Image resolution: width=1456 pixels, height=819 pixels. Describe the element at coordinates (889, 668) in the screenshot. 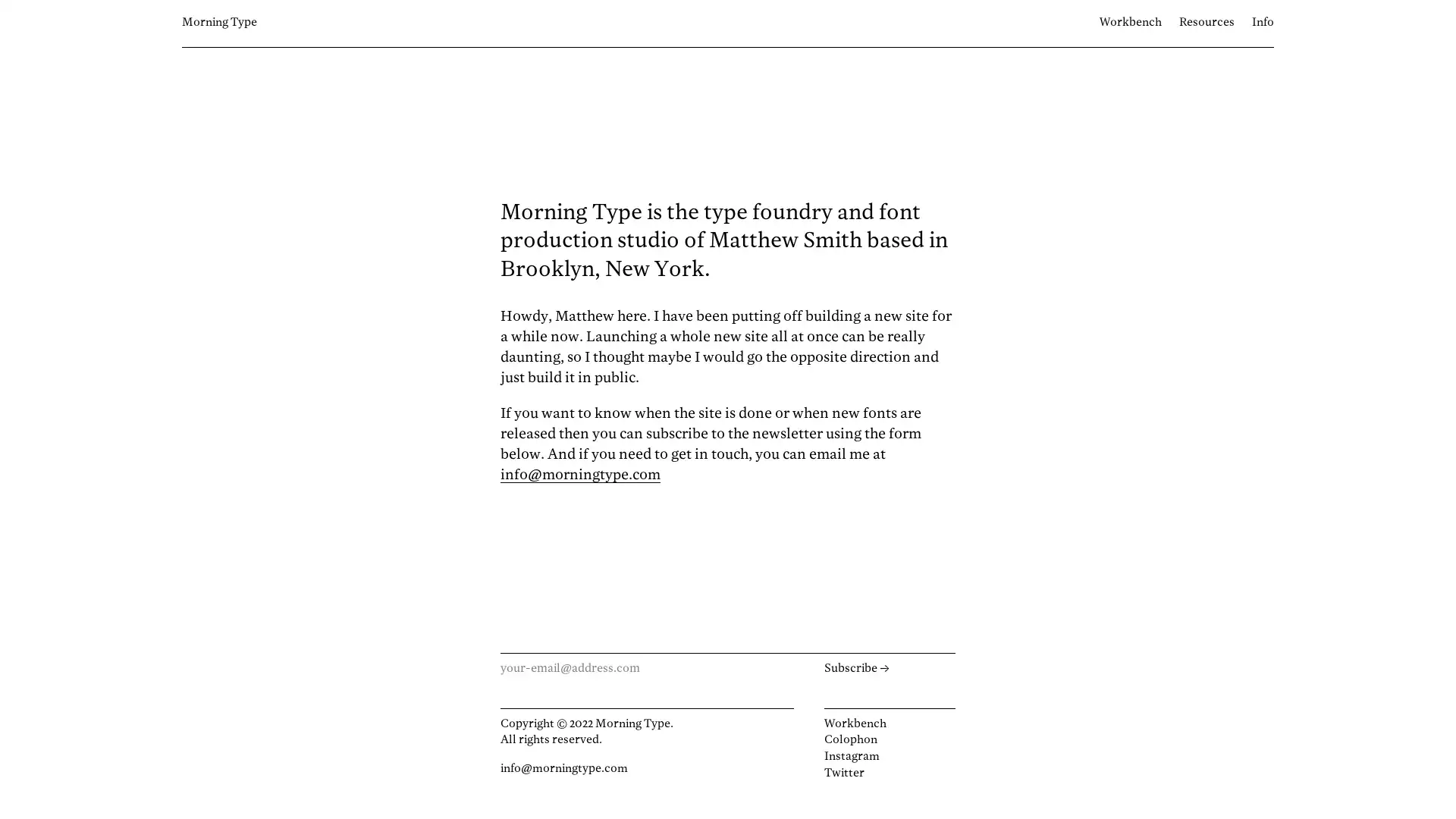

I see `Subscribe` at that location.